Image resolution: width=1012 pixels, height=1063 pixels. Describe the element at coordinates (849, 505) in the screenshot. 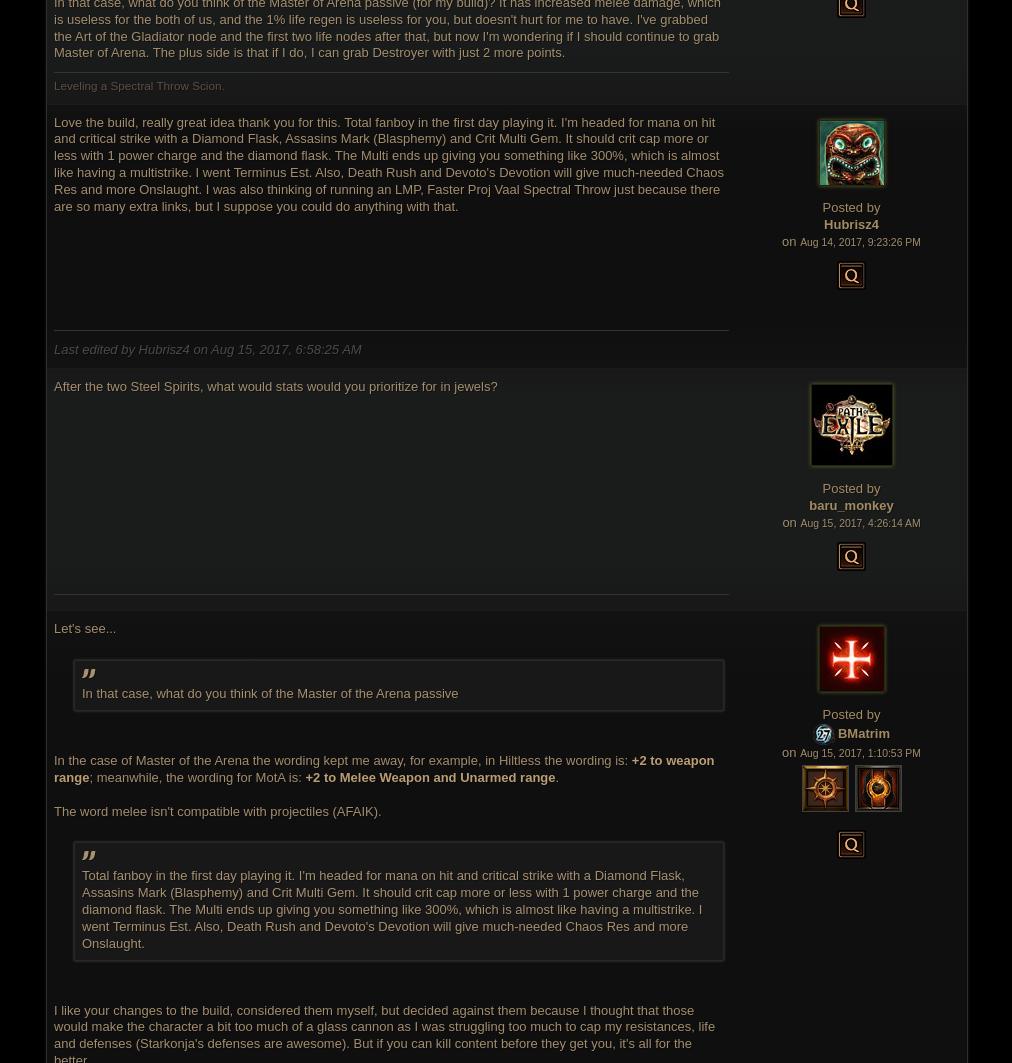

I see `'baru_monkey'` at that location.